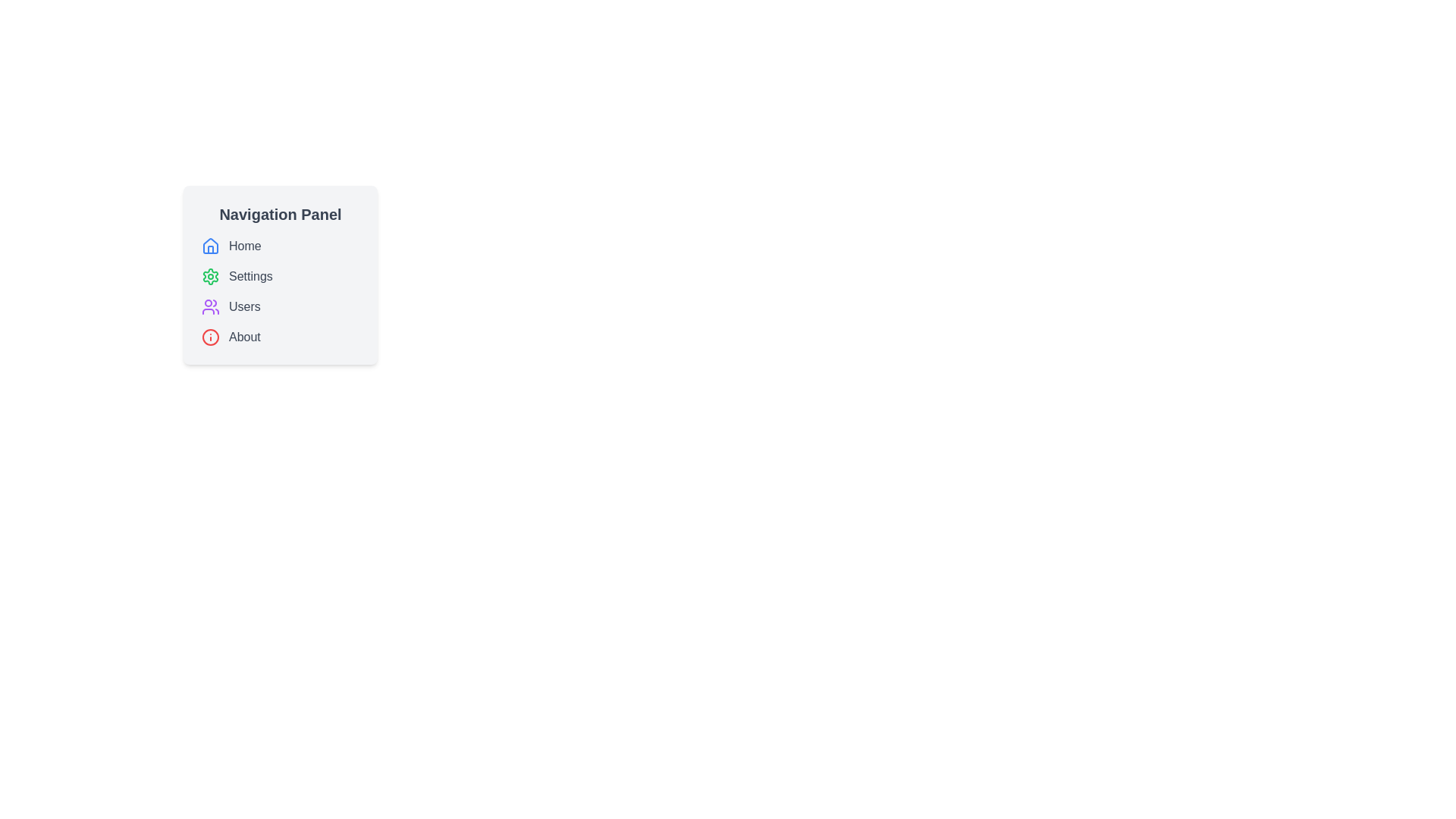 This screenshot has height=819, width=1456. I want to click on the 'Users' text label in the vertical navigation menu, which is styled in gray with a medium font weight and is the third item in the list, so click(244, 307).